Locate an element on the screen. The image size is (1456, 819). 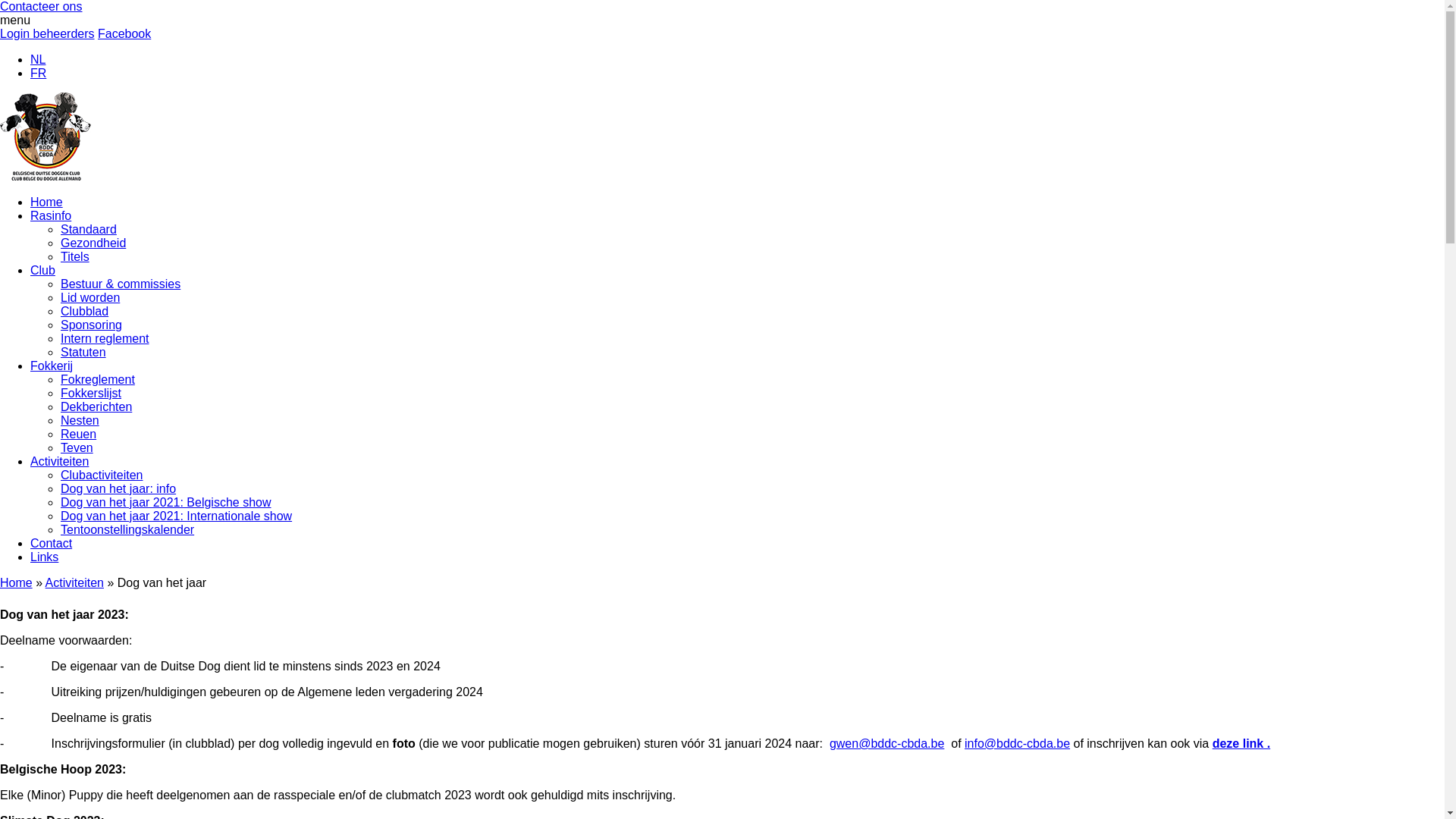
'Statuten' is located at coordinates (61, 352).